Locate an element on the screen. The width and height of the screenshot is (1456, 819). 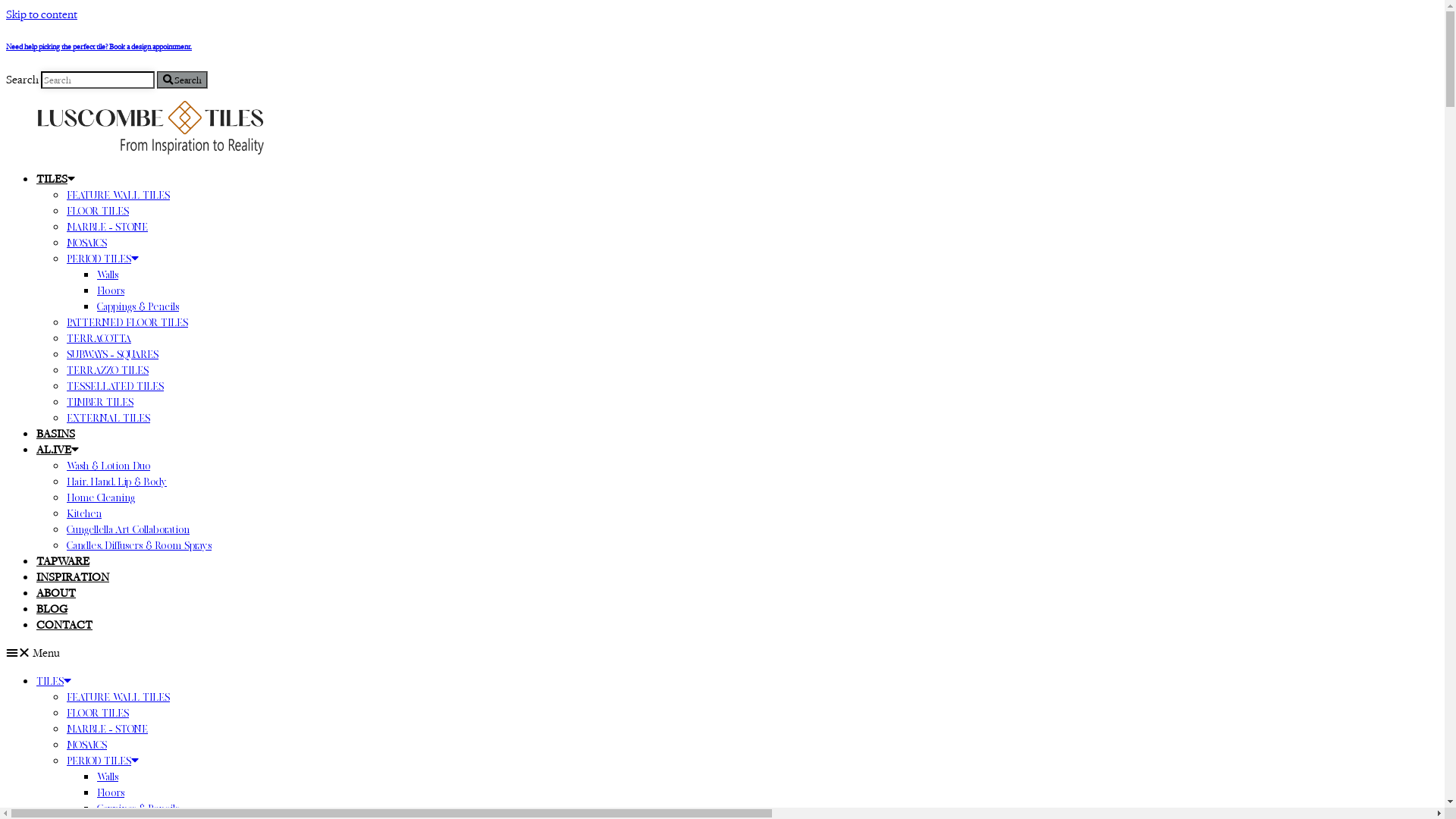
'Hair, Hand, Lip & Body' is located at coordinates (115, 482).